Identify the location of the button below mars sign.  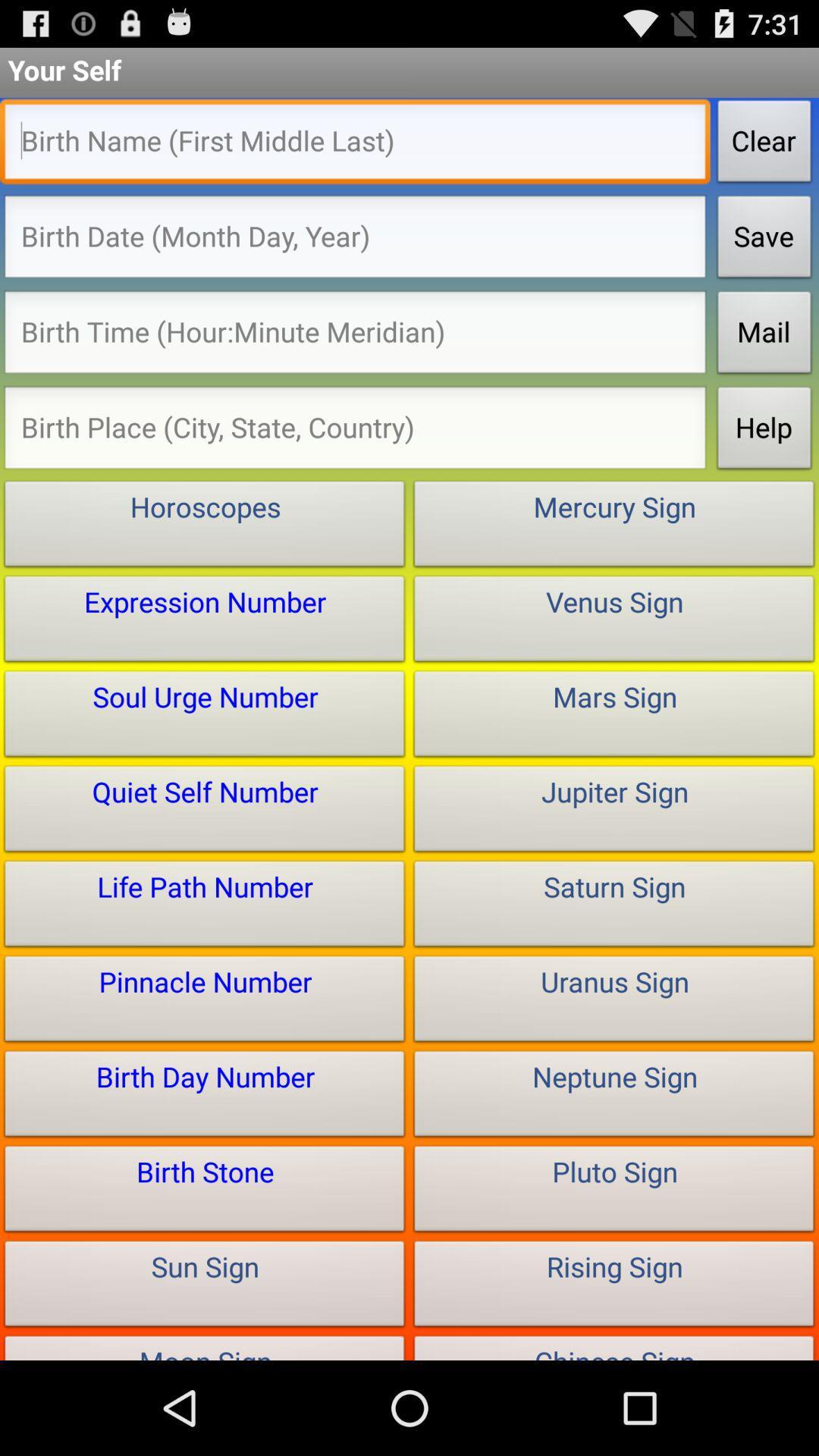
(614, 811).